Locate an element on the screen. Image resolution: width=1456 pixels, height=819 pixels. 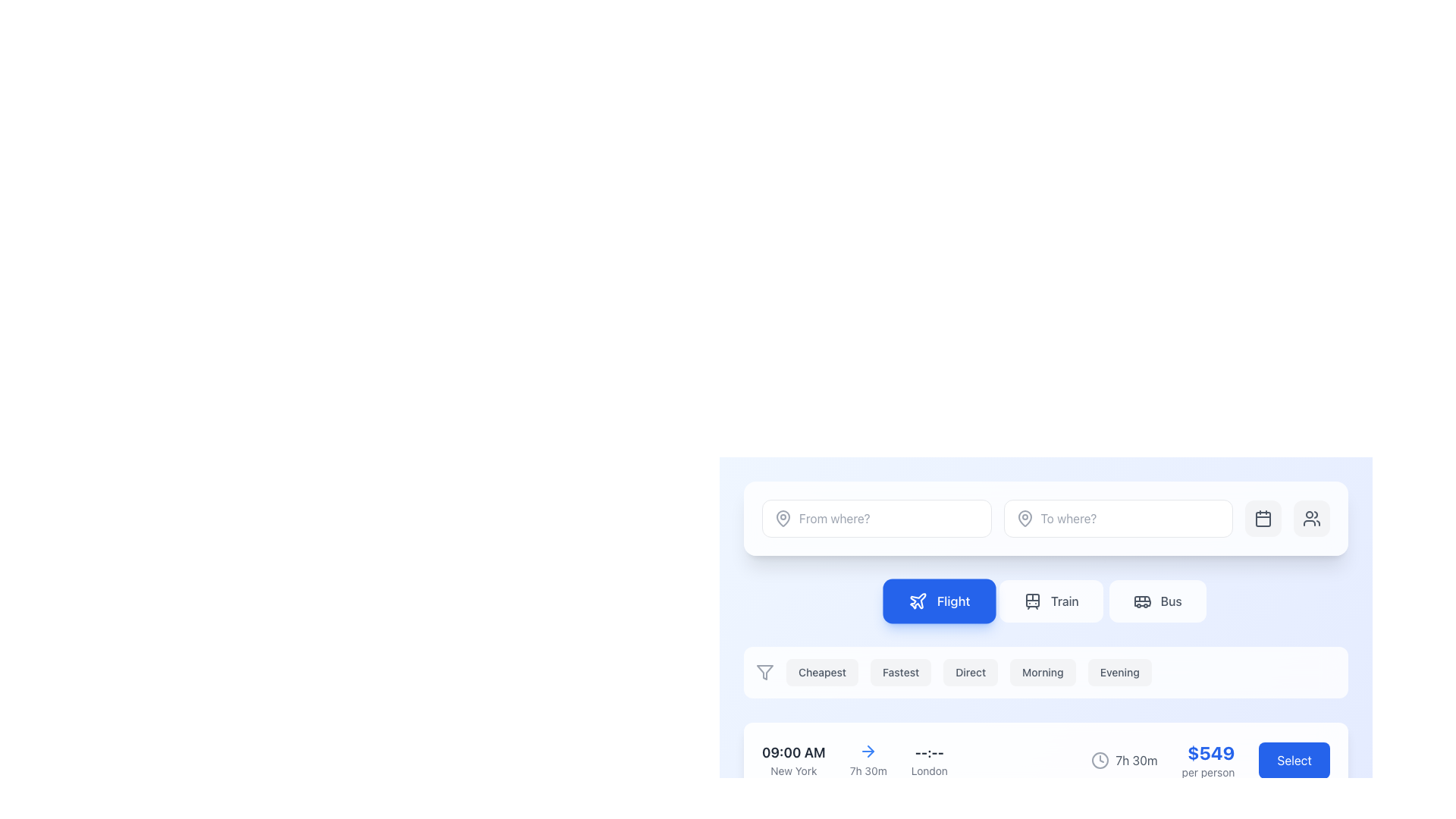
to select the first flight option in the interactive card displaying flight details with departure time '09:00 AM' from New York to London is located at coordinates (1045, 760).